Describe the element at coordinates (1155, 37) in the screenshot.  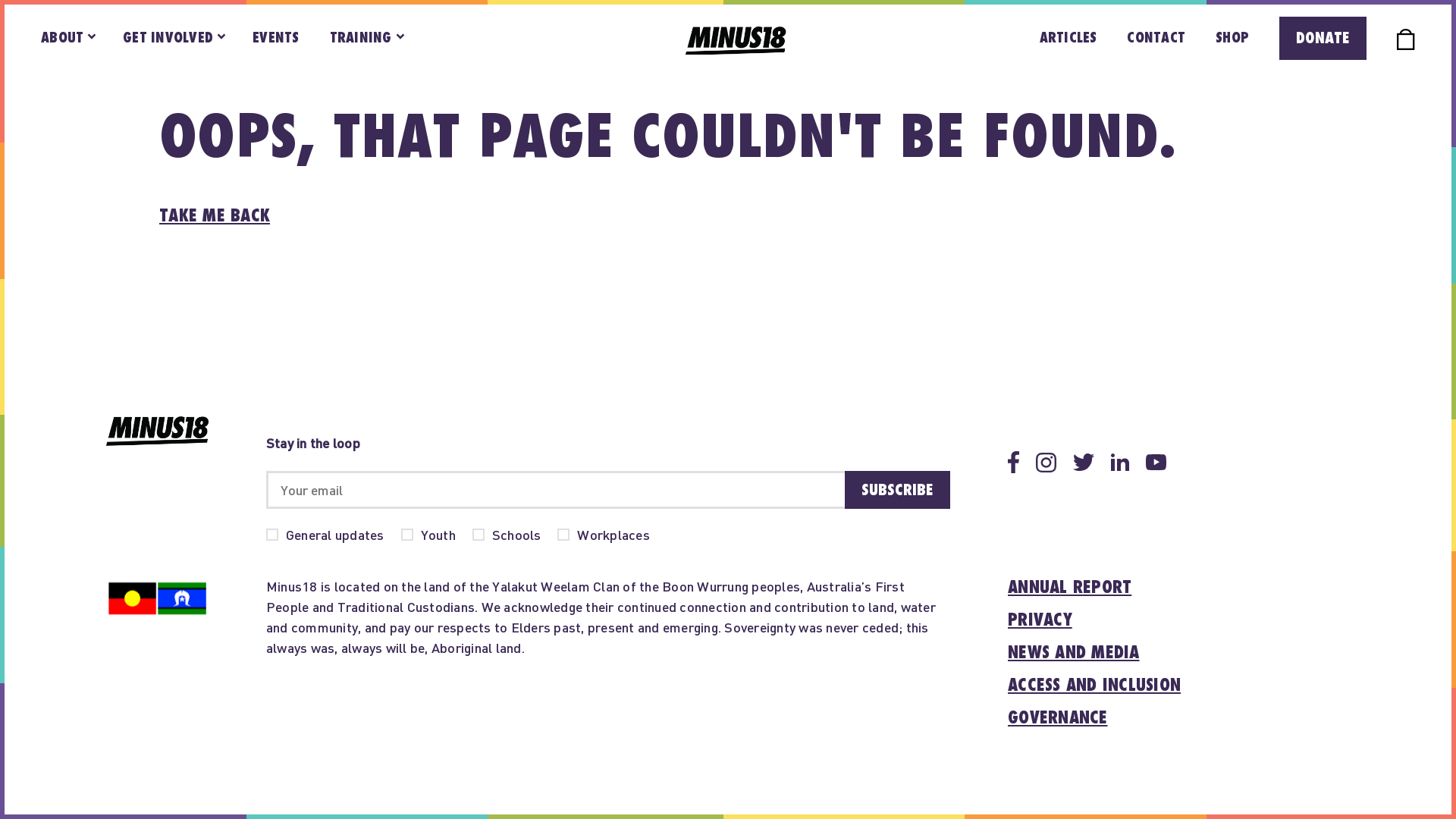
I see `'CONTACT'` at that location.